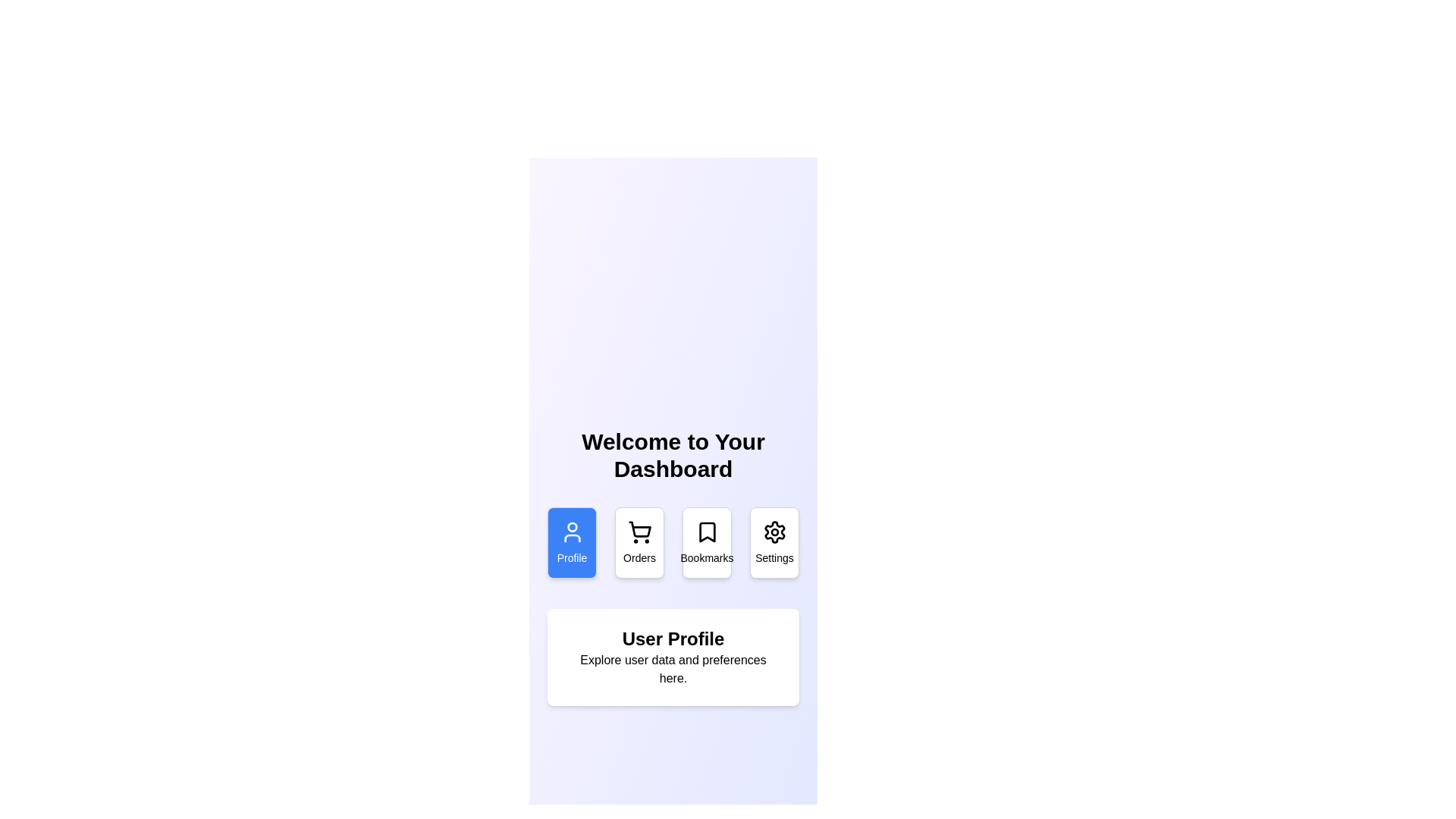 This screenshot has width=1456, height=819. Describe the element at coordinates (673, 639) in the screenshot. I see `the Text Label that serves as a title or heading for the user profile section, which precedes the text 'Explore user data and preferences here.'` at that location.